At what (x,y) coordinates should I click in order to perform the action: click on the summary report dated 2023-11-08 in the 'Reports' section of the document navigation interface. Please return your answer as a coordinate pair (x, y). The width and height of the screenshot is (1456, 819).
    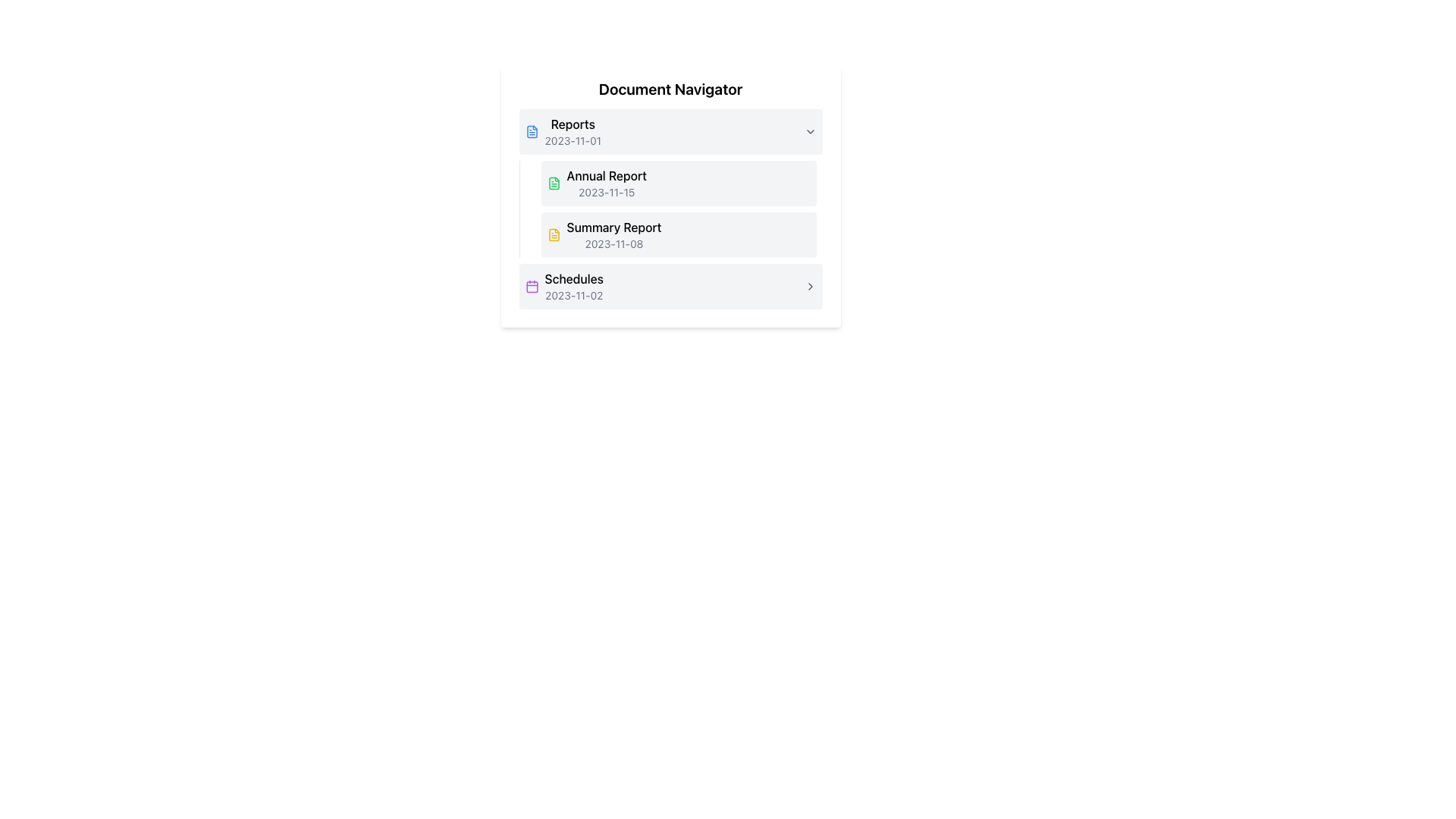
    Looking at the image, I should click on (677, 234).